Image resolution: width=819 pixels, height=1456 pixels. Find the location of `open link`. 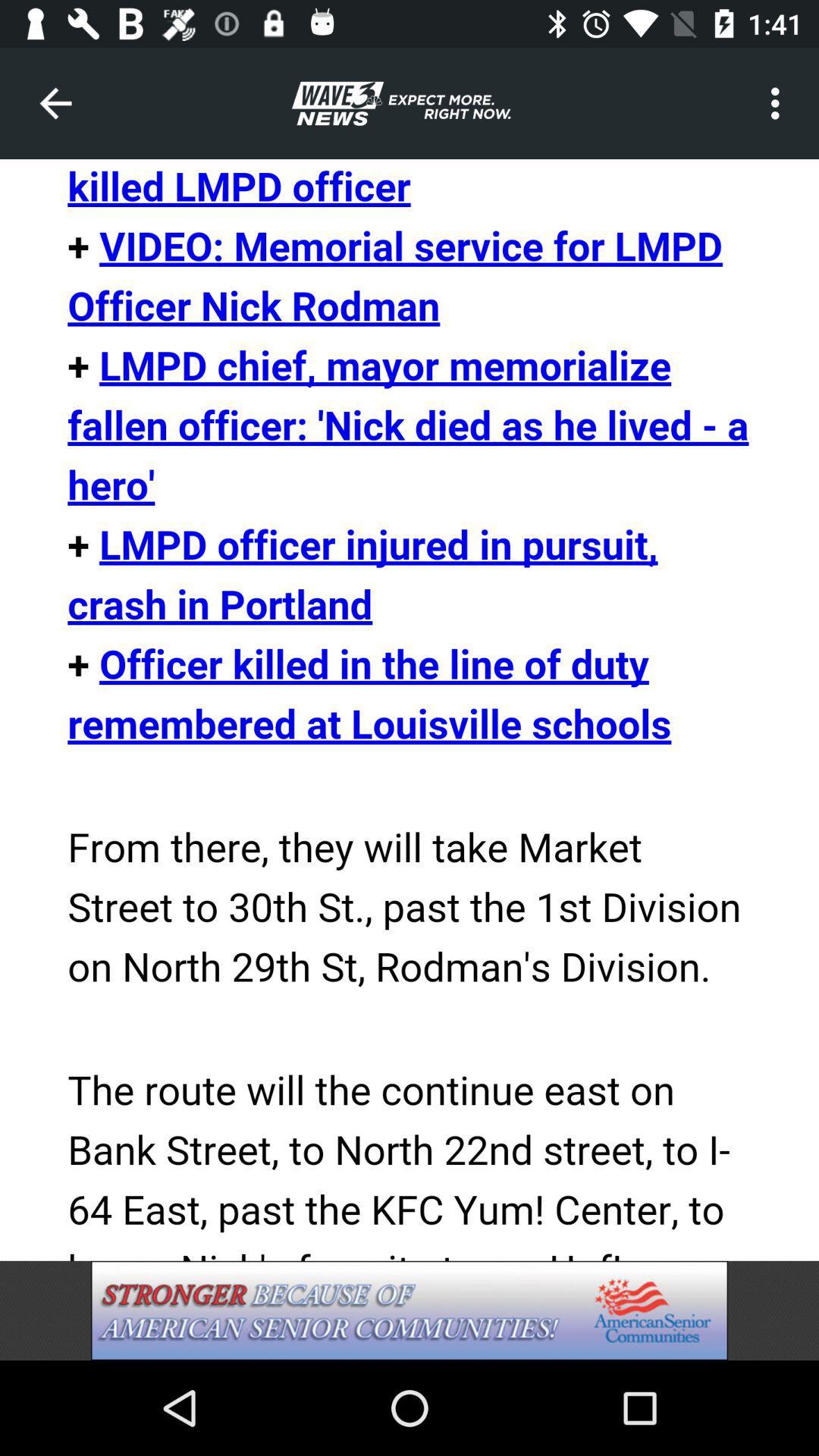

open link is located at coordinates (409, 709).